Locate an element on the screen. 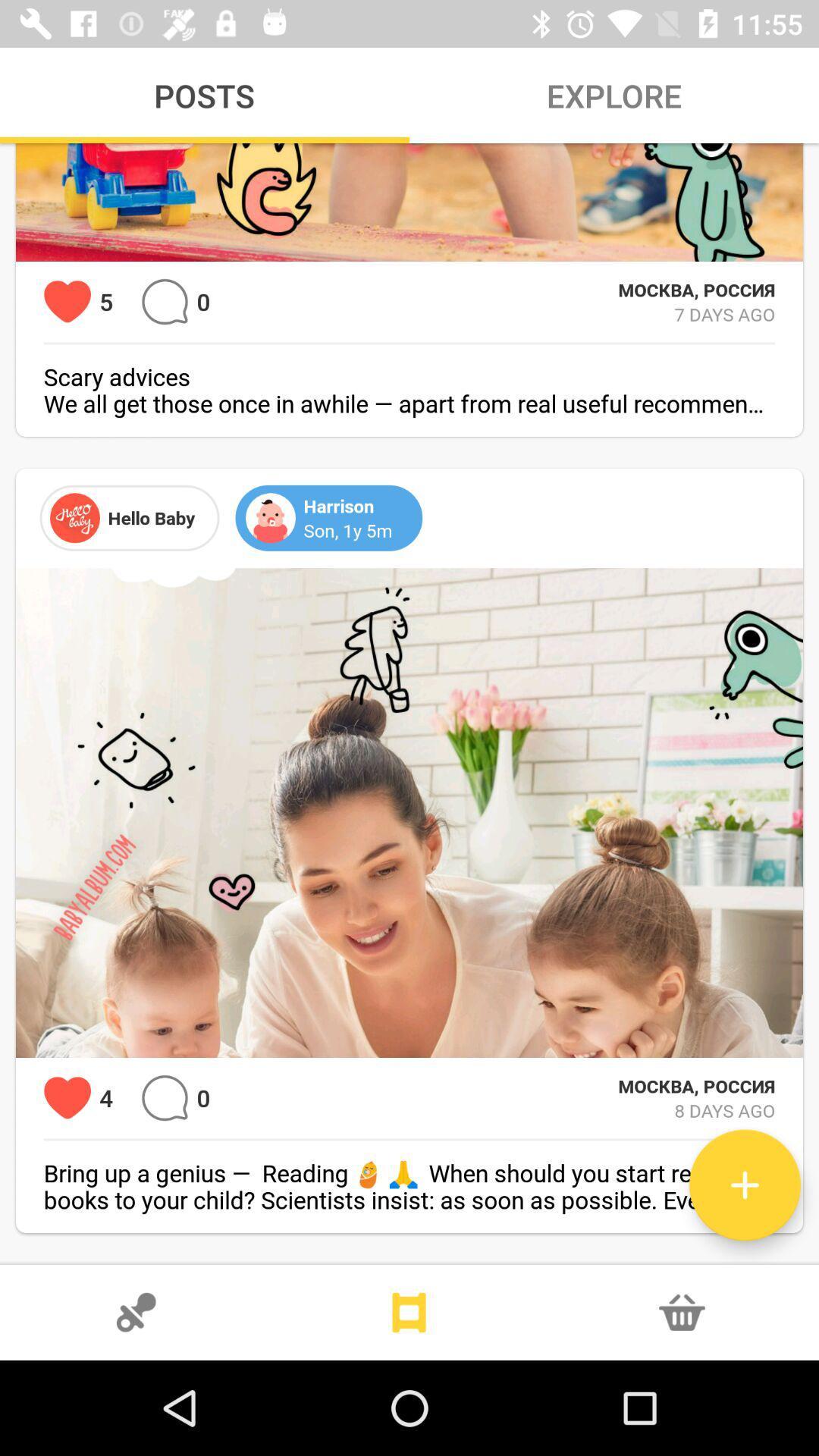  love is located at coordinates (67, 302).